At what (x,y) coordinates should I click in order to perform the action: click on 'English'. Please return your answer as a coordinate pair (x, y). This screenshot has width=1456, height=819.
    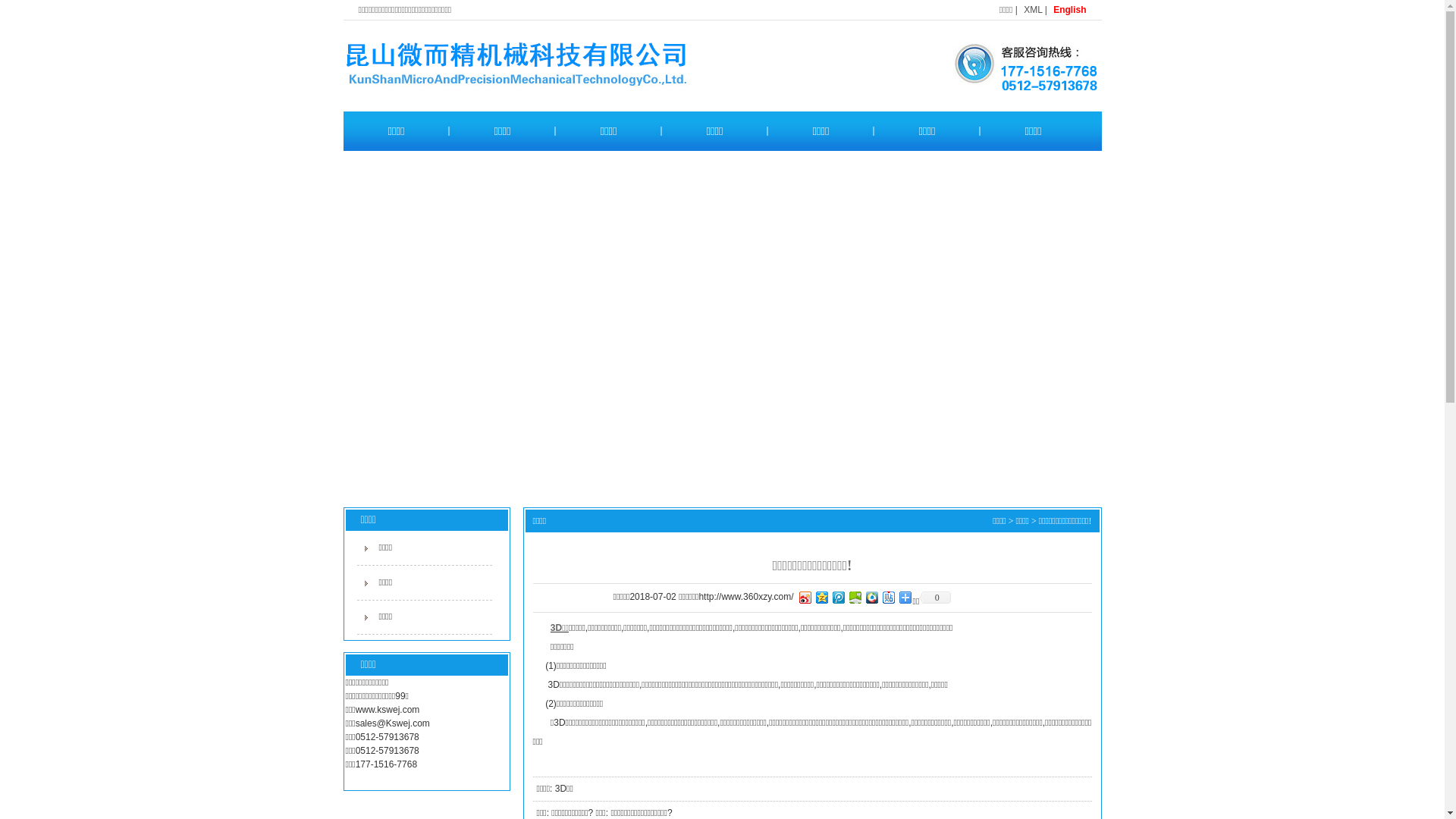
    Looking at the image, I should click on (1052, 9).